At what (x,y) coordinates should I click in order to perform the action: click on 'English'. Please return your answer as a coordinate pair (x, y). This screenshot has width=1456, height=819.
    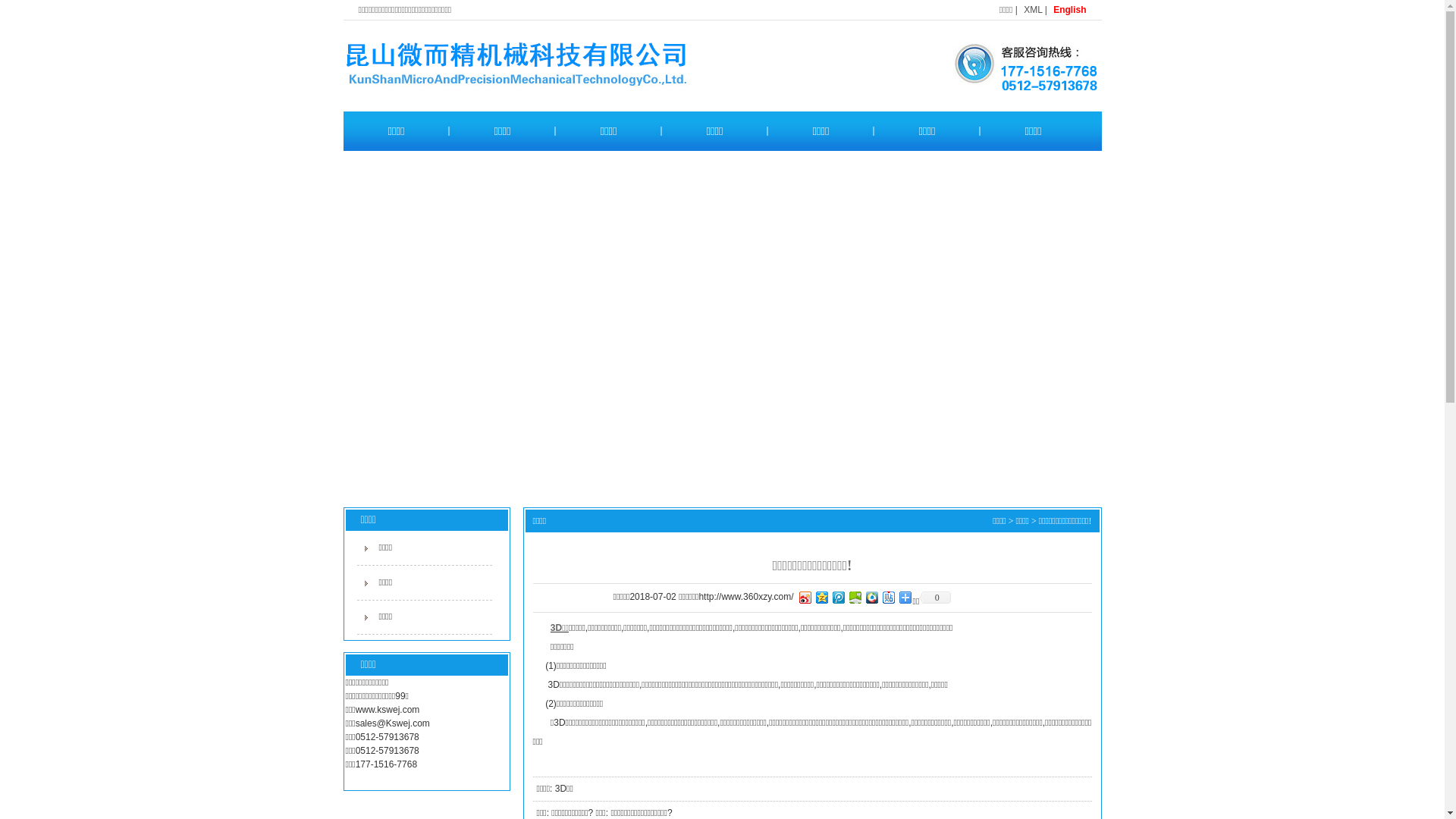
    Looking at the image, I should click on (1052, 9).